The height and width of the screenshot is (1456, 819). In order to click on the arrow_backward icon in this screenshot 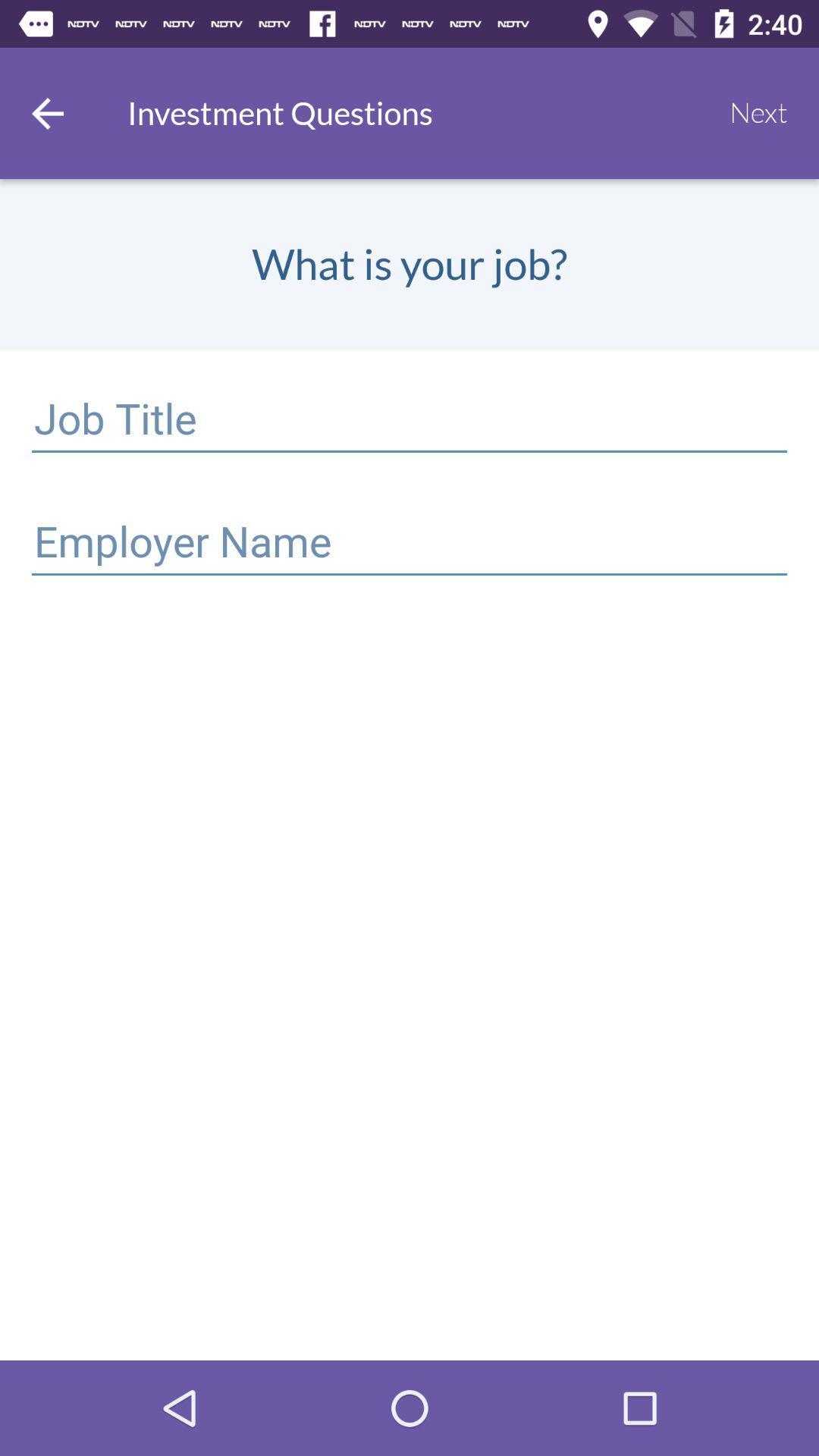, I will do `click(46, 112)`.